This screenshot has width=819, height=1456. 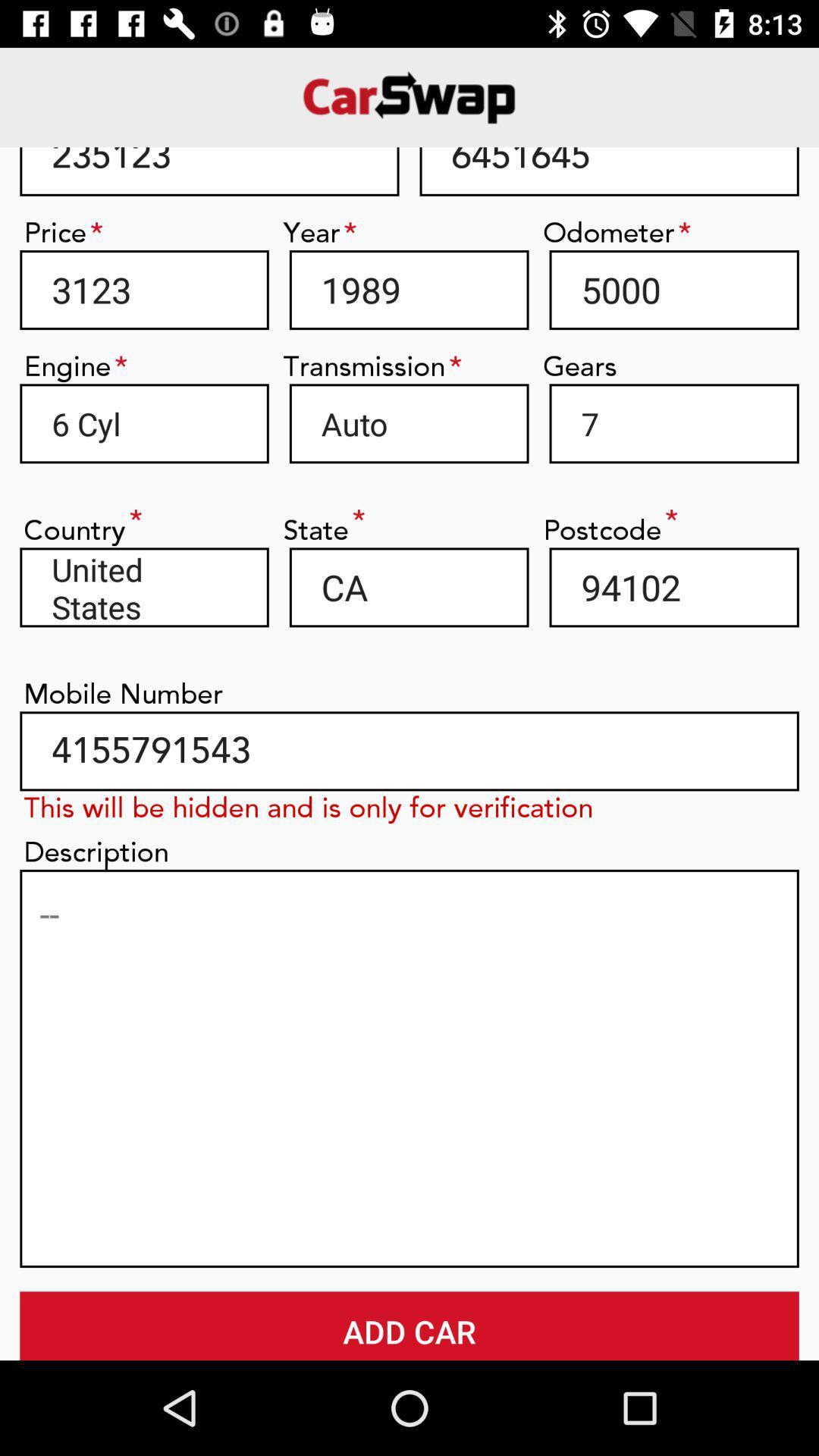 I want to click on icon below odometer icon, so click(x=673, y=290).